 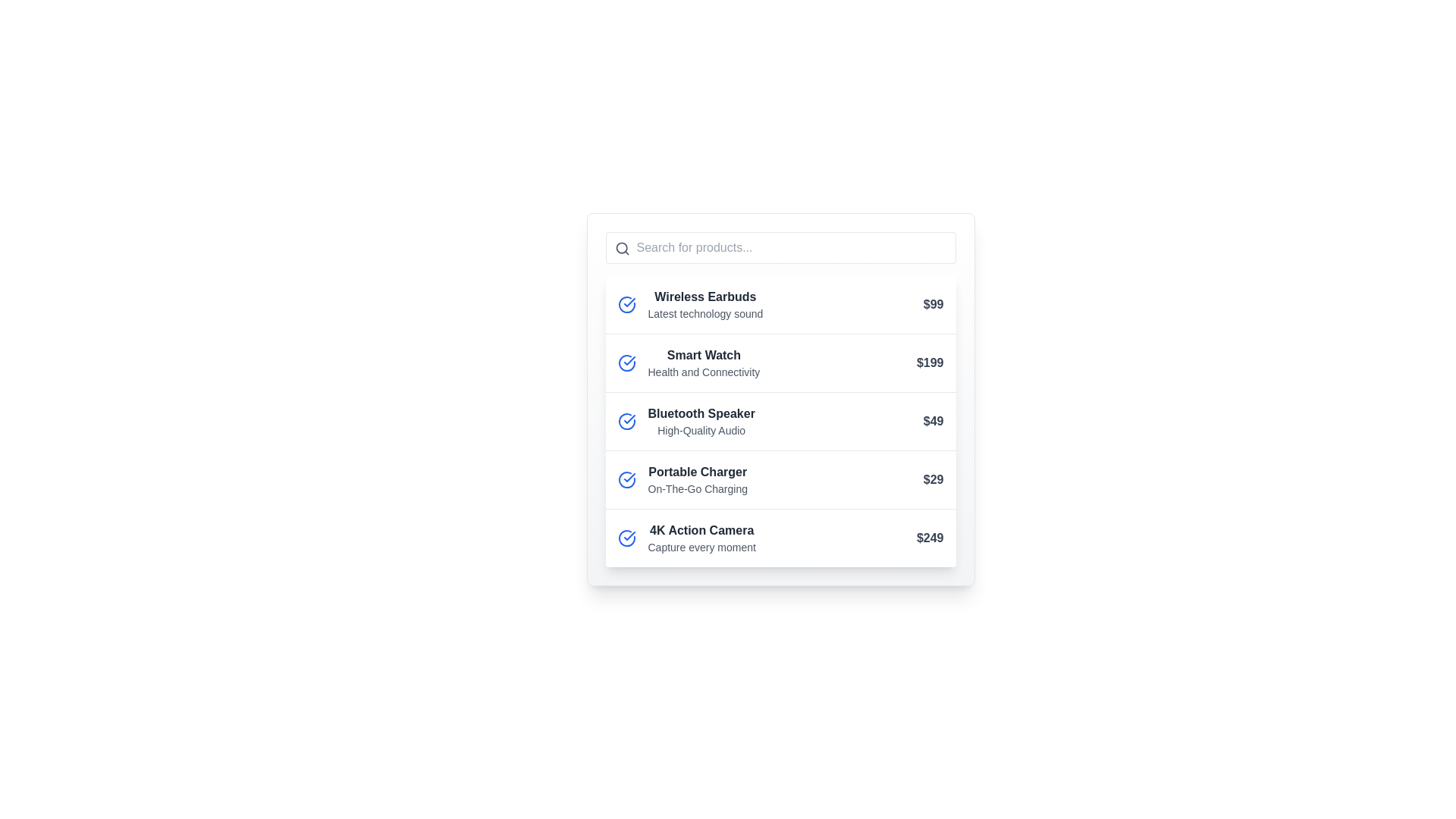 What do you see at coordinates (622, 247) in the screenshot?
I see `the gray search icon shaped like a magnifying glass, which is located in the top-left corner of the search input field` at bounding box center [622, 247].